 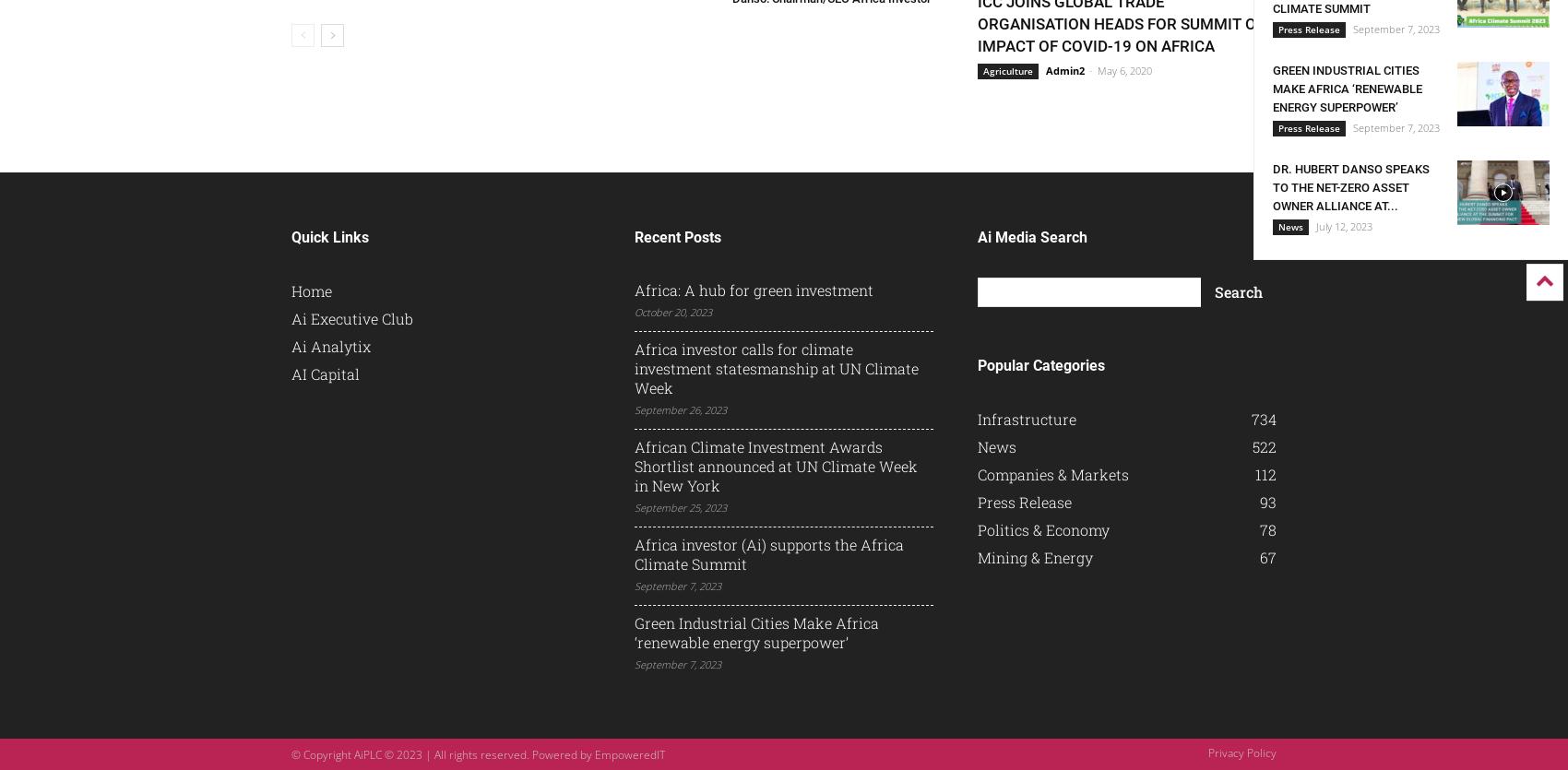 What do you see at coordinates (1267, 529) in the screenshot?
I see `'78'` at bounding box center [1267, 529].